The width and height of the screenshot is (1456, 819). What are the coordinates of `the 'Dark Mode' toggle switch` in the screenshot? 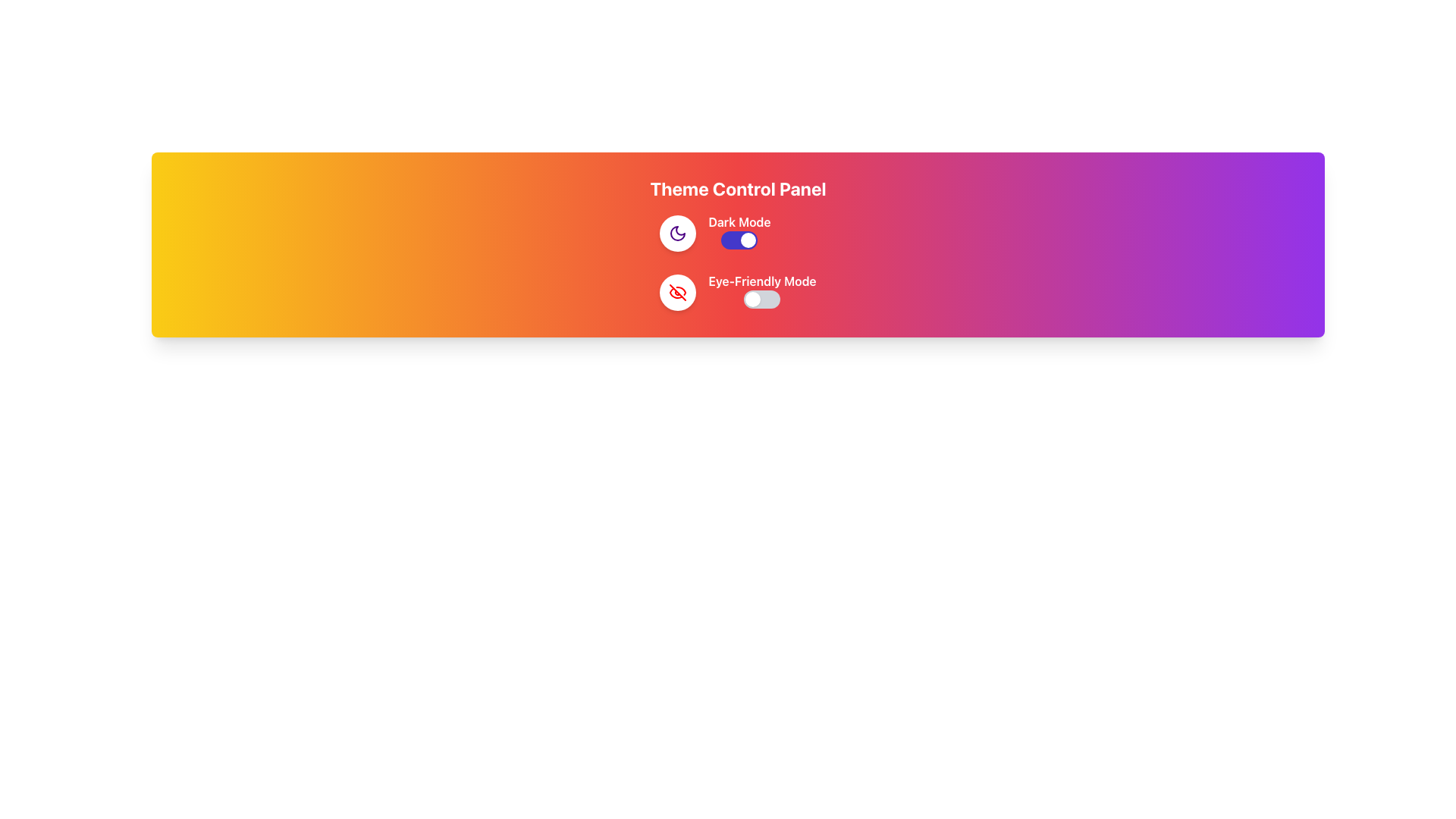 It's located at (739, 234).